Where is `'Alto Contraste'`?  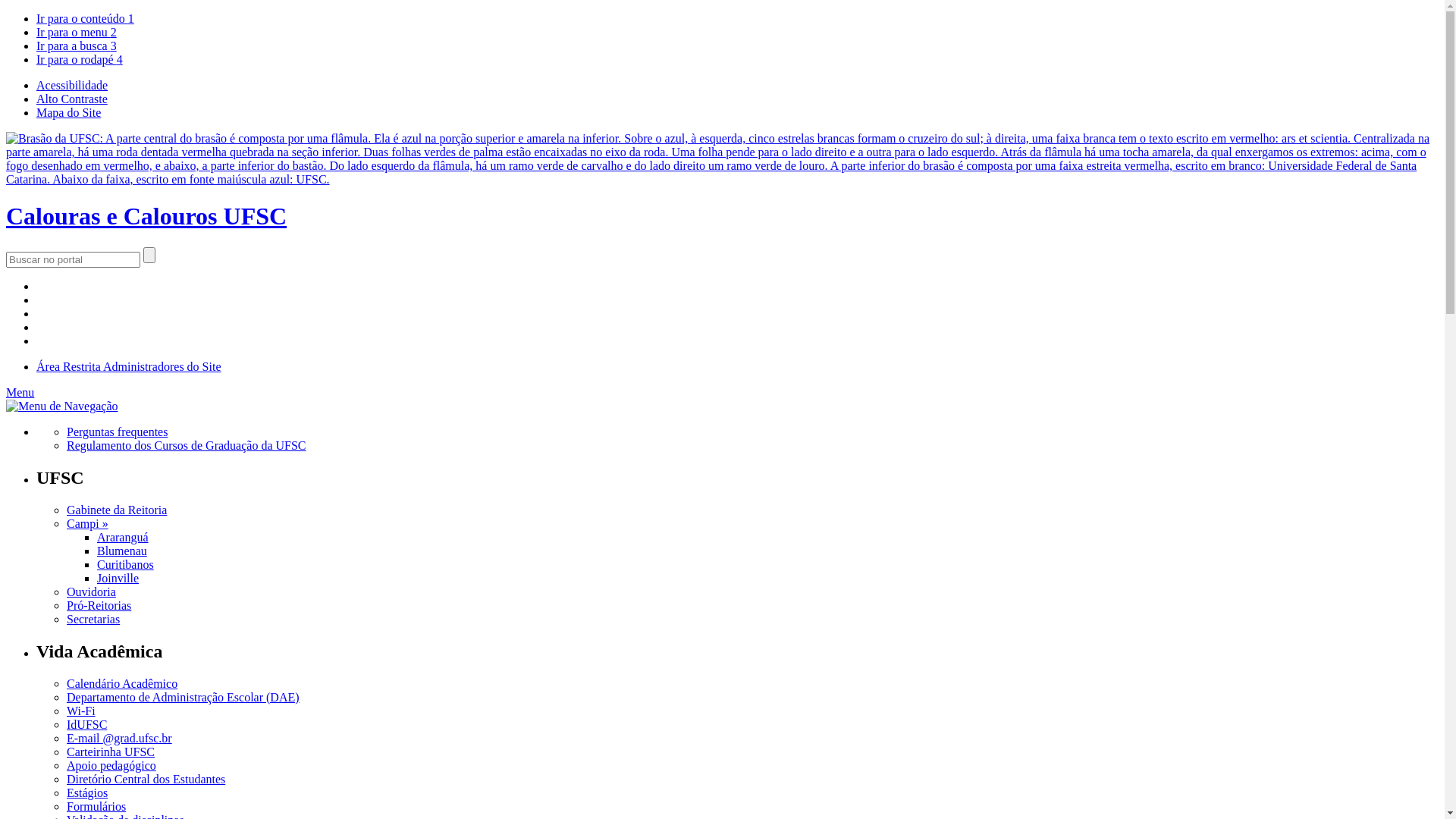
'Alto Contraste' is located at coordinates (71, 99).